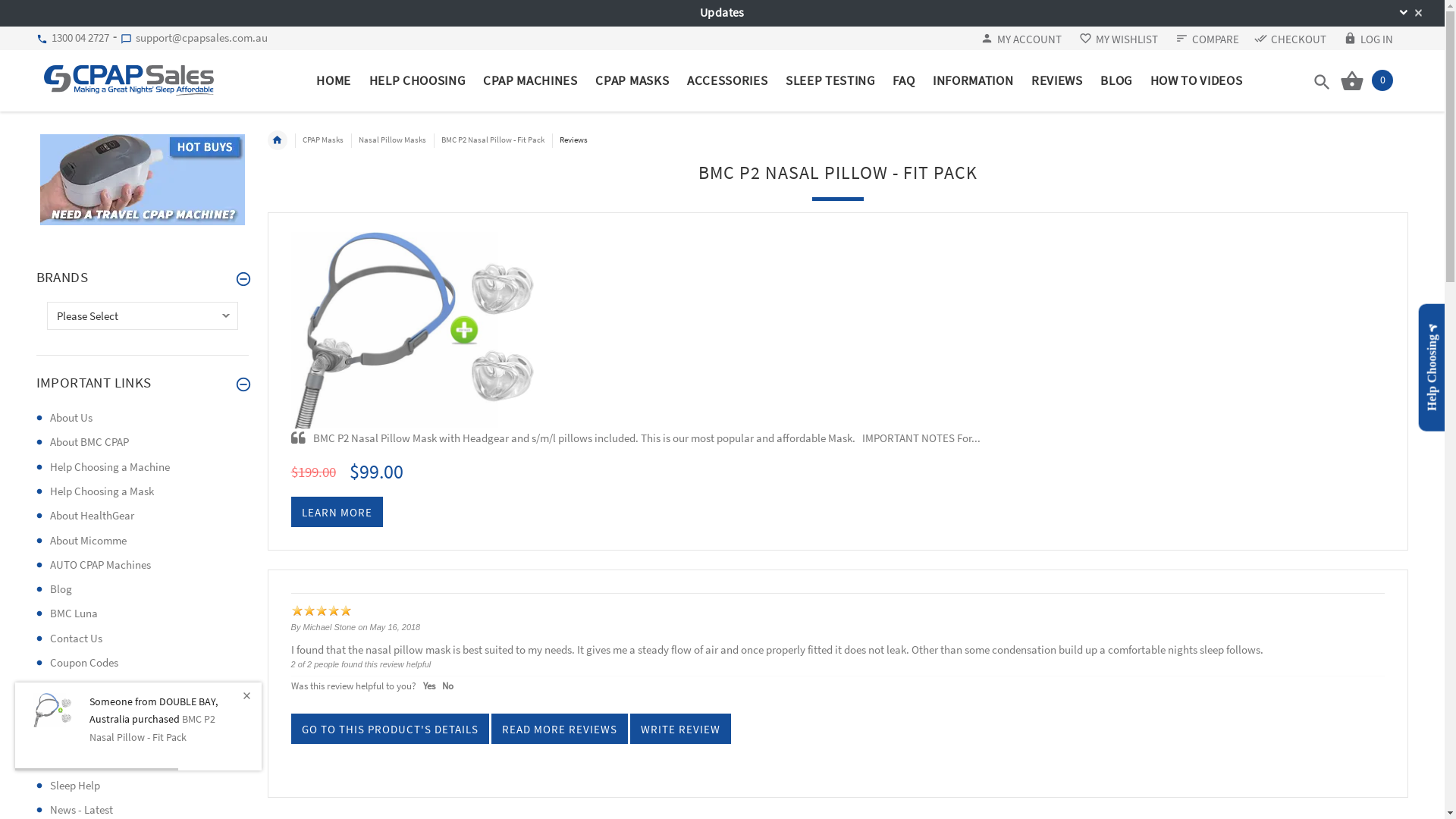 Image resolution: width=1456 pixels, height=819 pixels. What do you see at coordinates (337, 80) in the screenshot?
I see `'HOME'` at bounding box center [337, 80].